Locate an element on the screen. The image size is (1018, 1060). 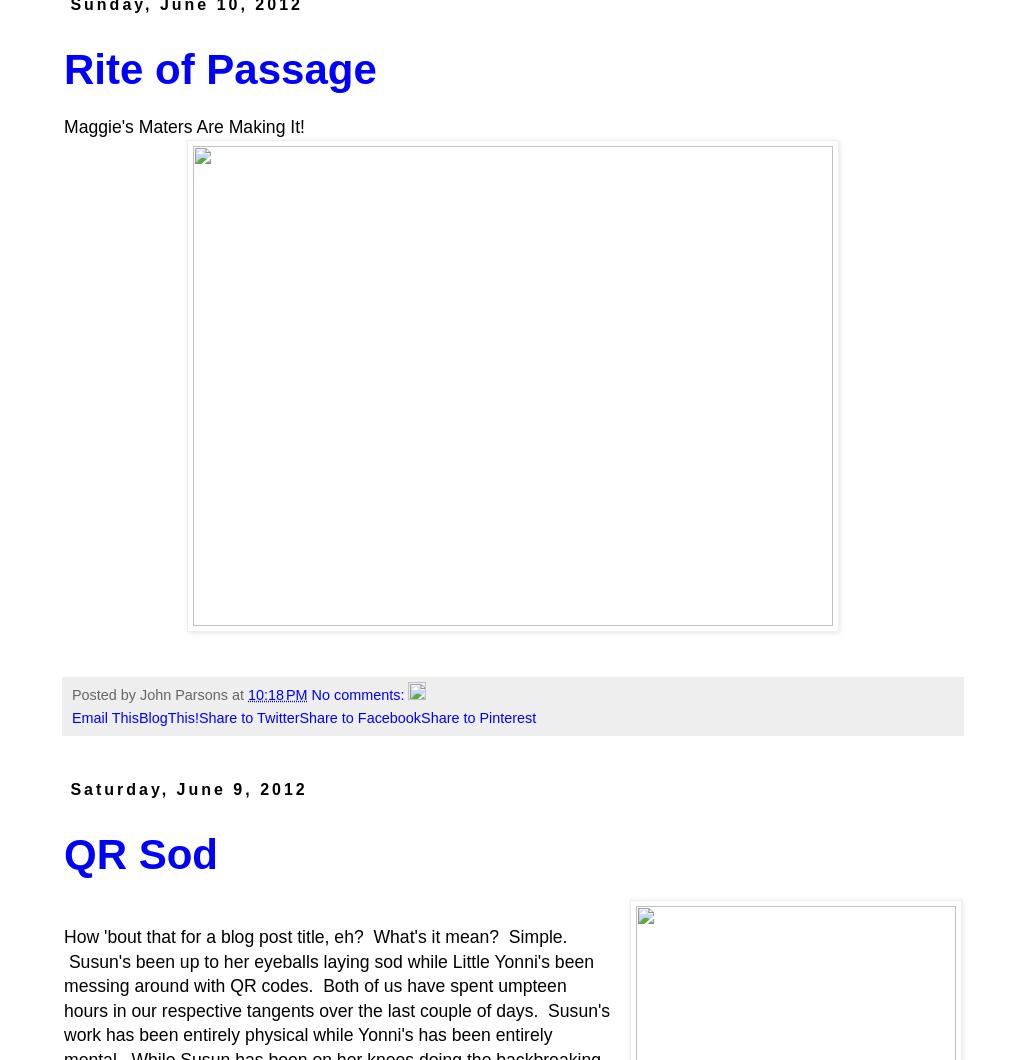
'Share to Pinterest' is located at coordinates (420, 717).